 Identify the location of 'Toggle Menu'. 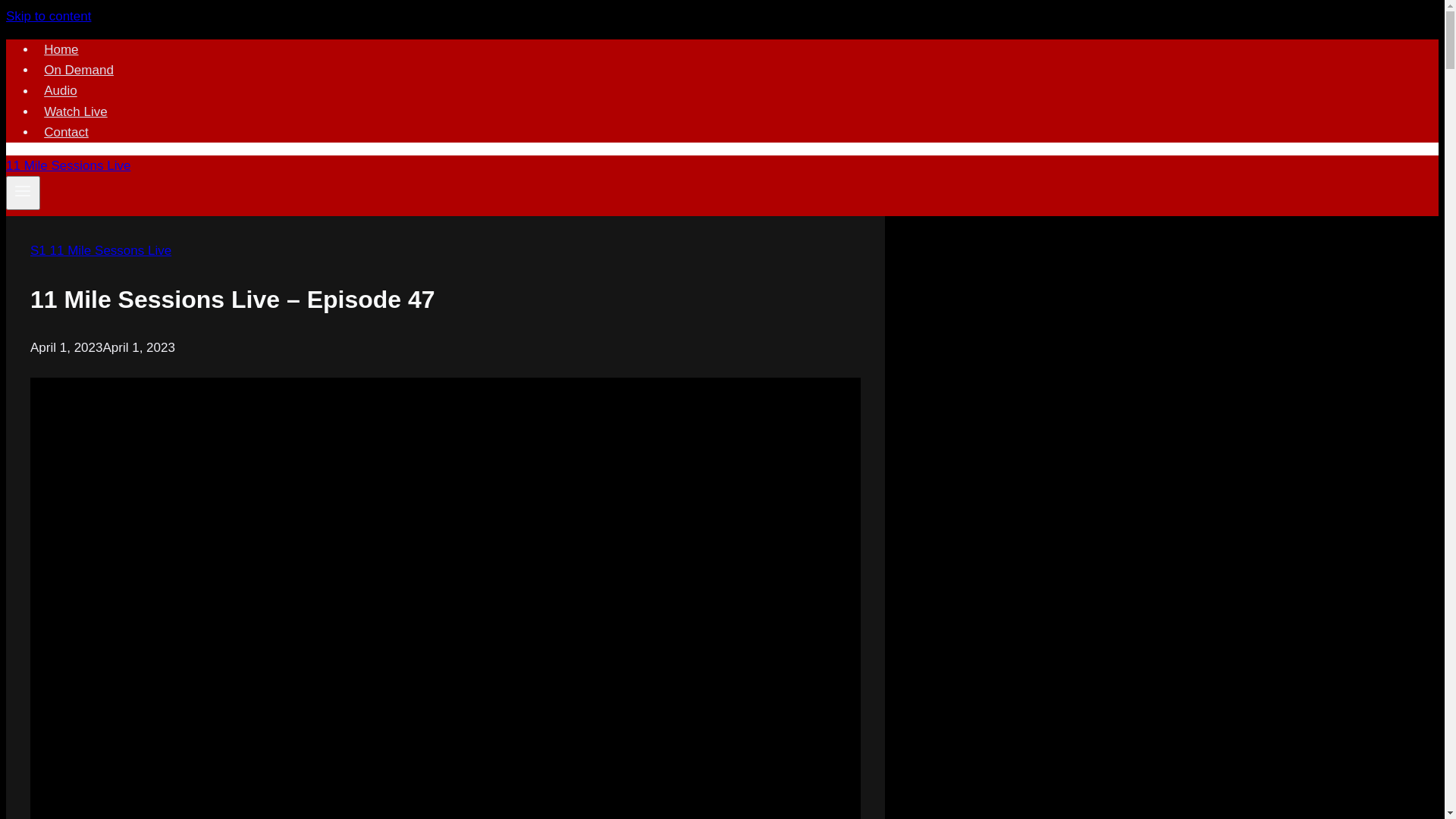
(23, 192).